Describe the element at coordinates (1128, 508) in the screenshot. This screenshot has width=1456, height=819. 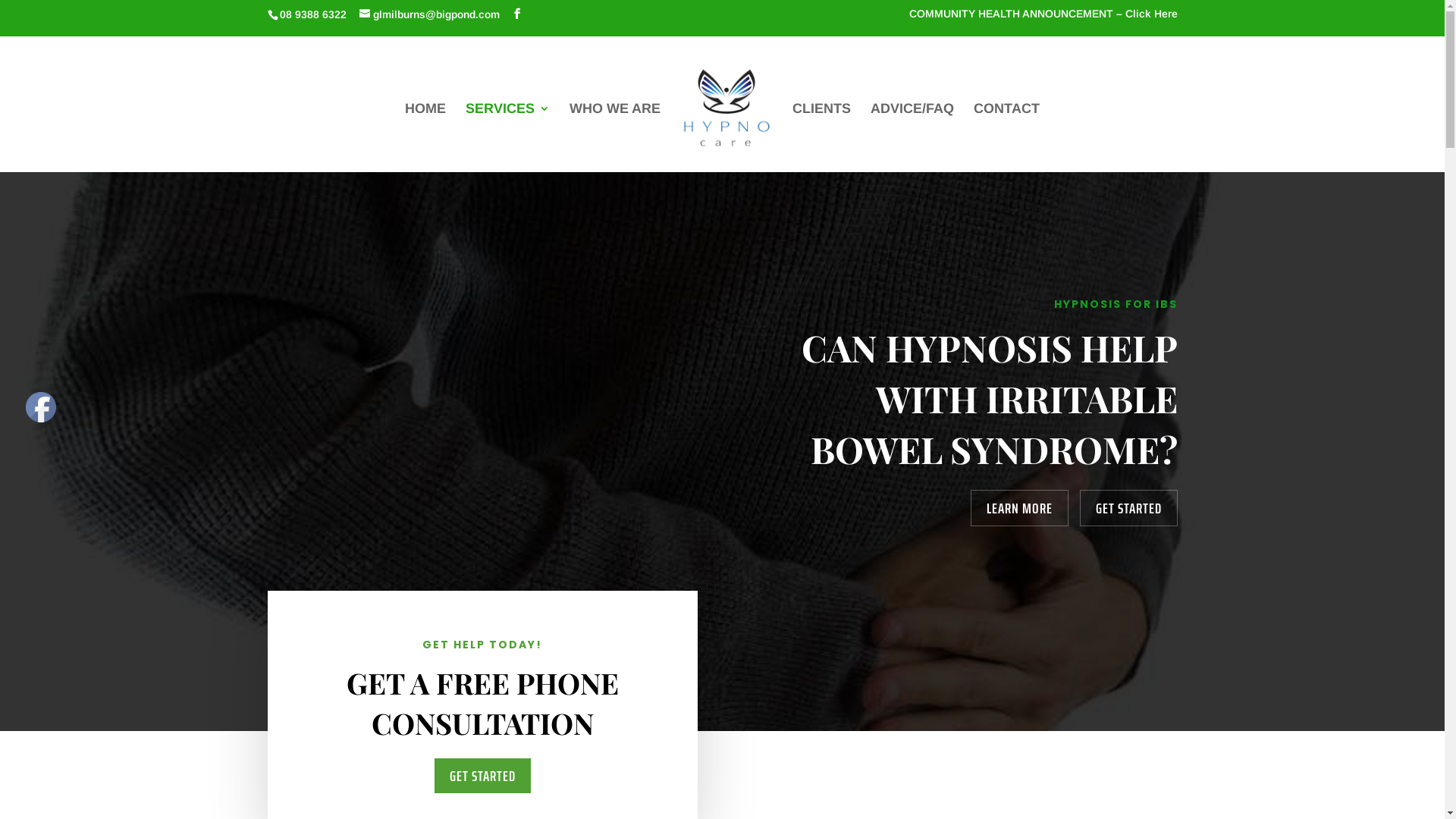
I see `'GET STARTED'` at that location.